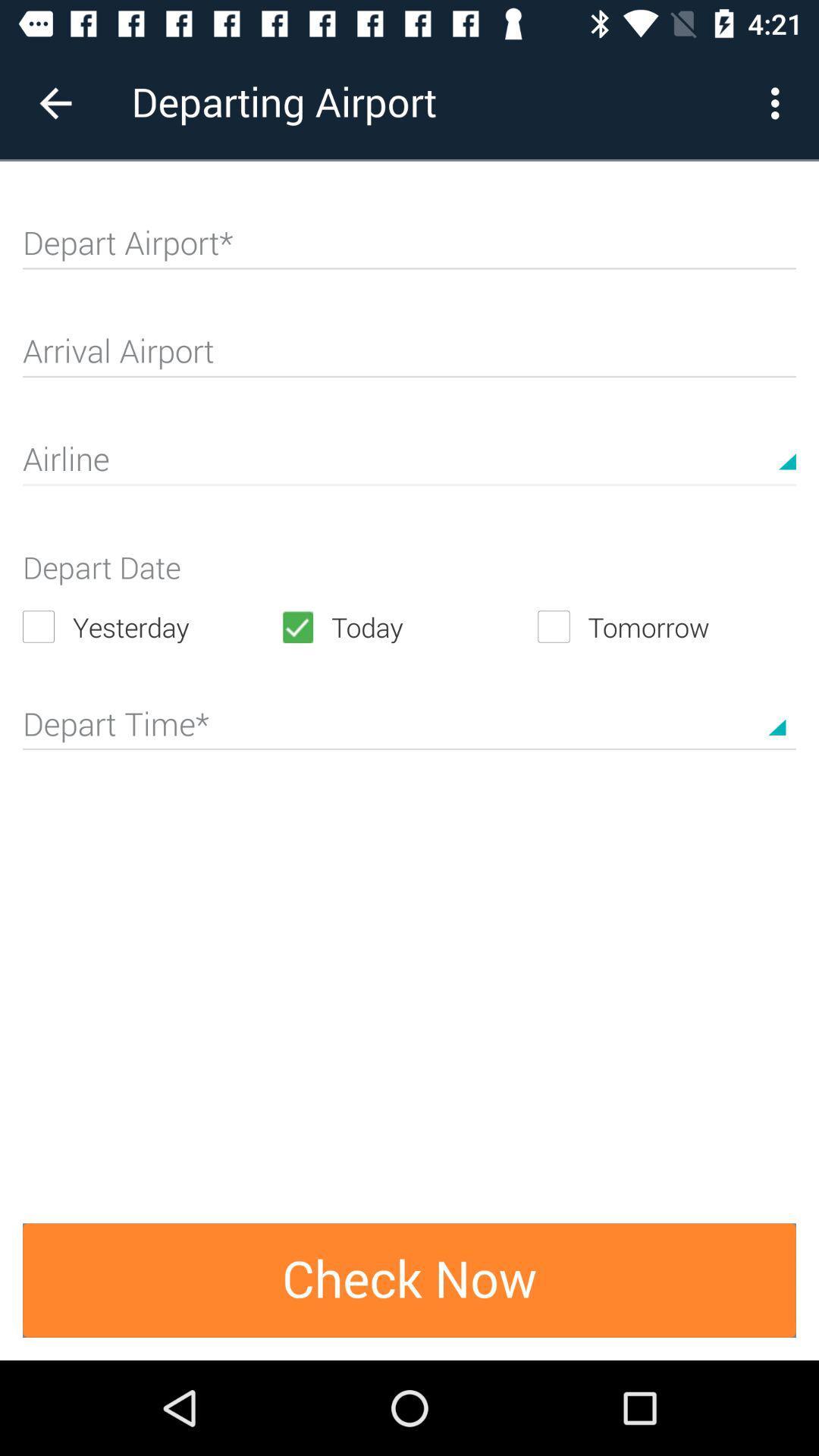 The height and width of the screenshot is (1456, 819). Describe the element at coordinates (779, 102) in the screenshot. I see `icon to the right of departing airport icon` at that location.